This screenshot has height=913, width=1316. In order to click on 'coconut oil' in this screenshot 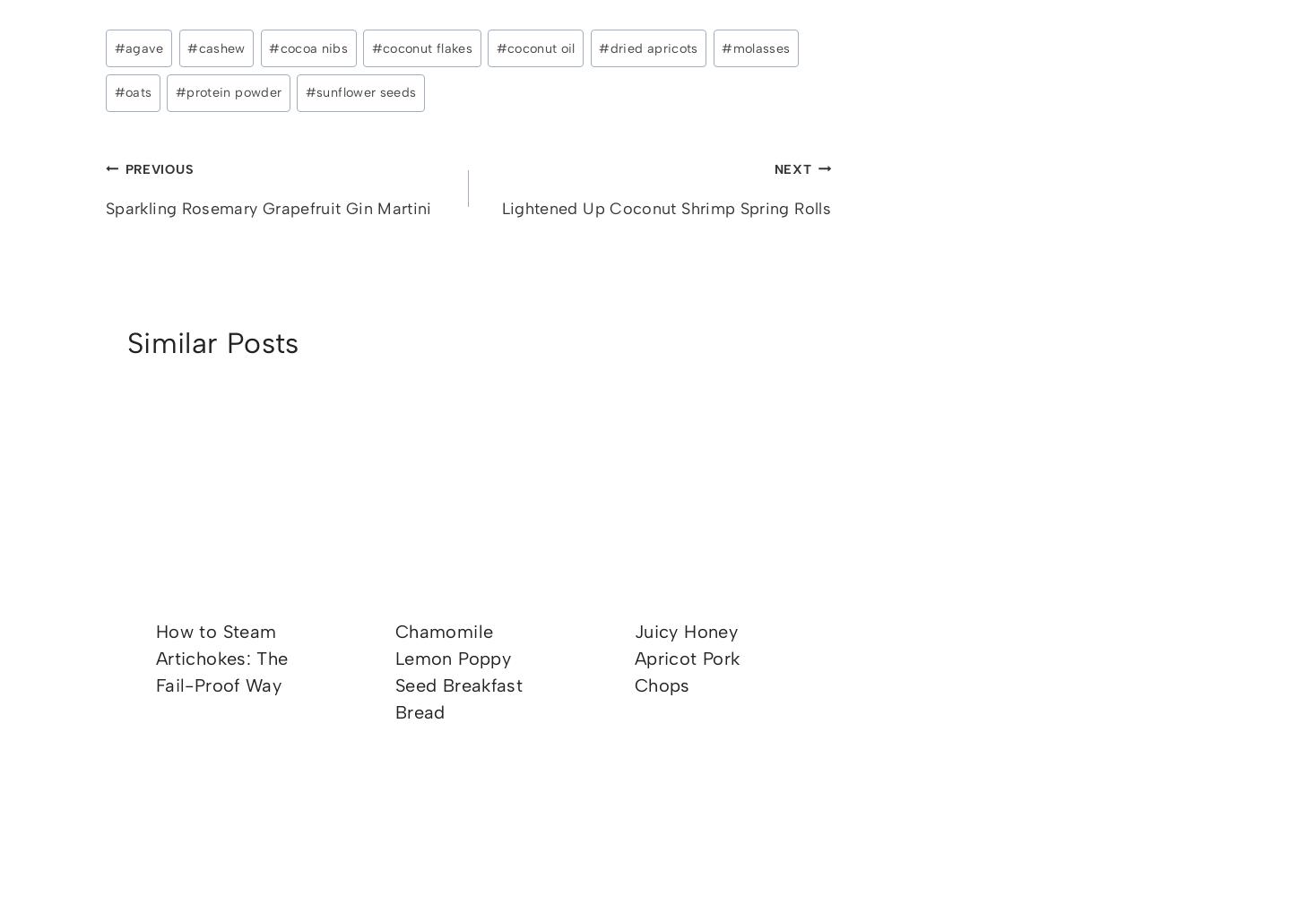, I will do `click(541, 47)`.